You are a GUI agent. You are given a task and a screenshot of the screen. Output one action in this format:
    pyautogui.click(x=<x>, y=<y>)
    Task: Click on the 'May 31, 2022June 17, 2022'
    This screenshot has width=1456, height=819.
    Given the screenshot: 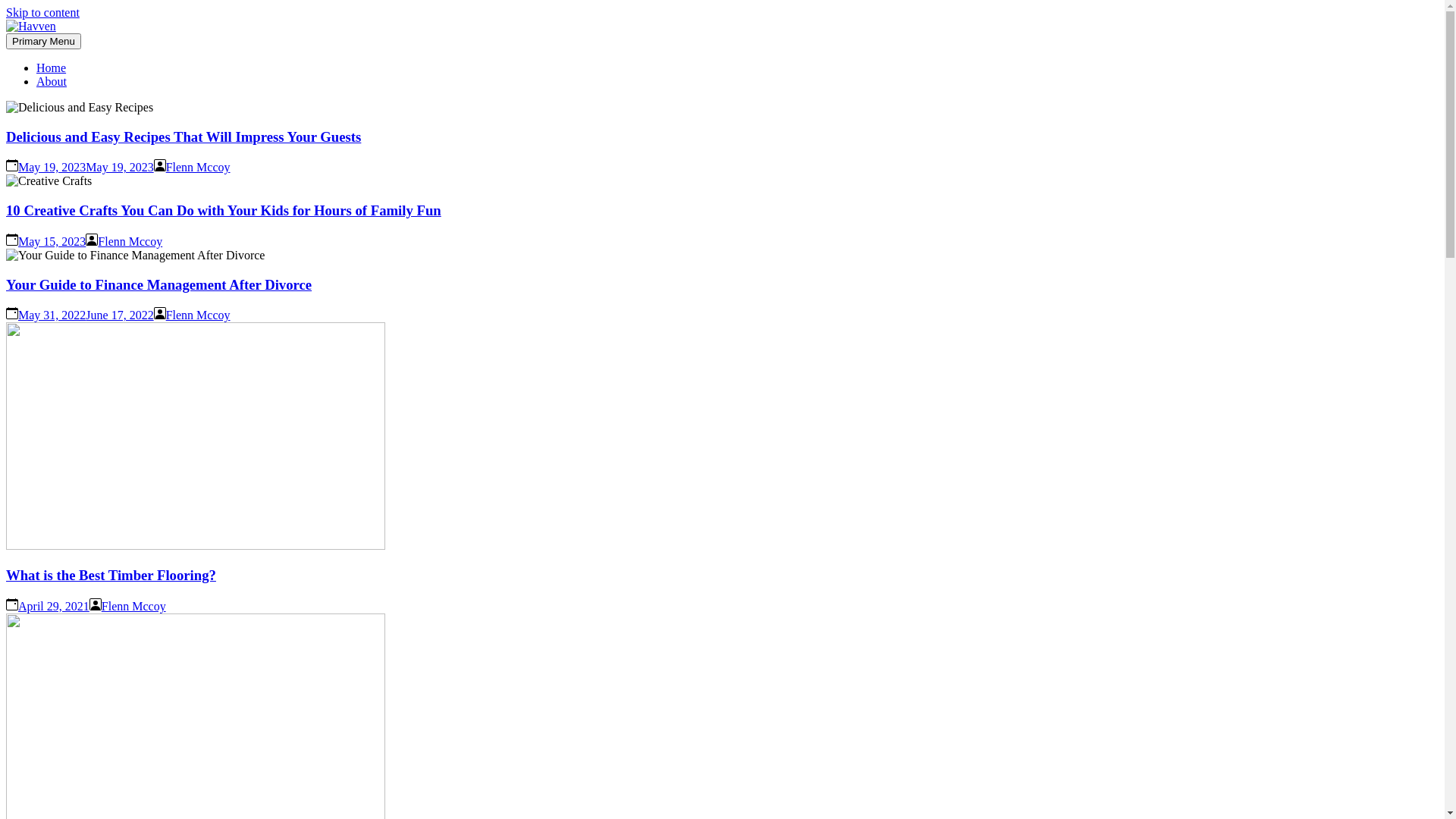 What is the action you would take?
    pyautogui.click(x=85, y=314)
    